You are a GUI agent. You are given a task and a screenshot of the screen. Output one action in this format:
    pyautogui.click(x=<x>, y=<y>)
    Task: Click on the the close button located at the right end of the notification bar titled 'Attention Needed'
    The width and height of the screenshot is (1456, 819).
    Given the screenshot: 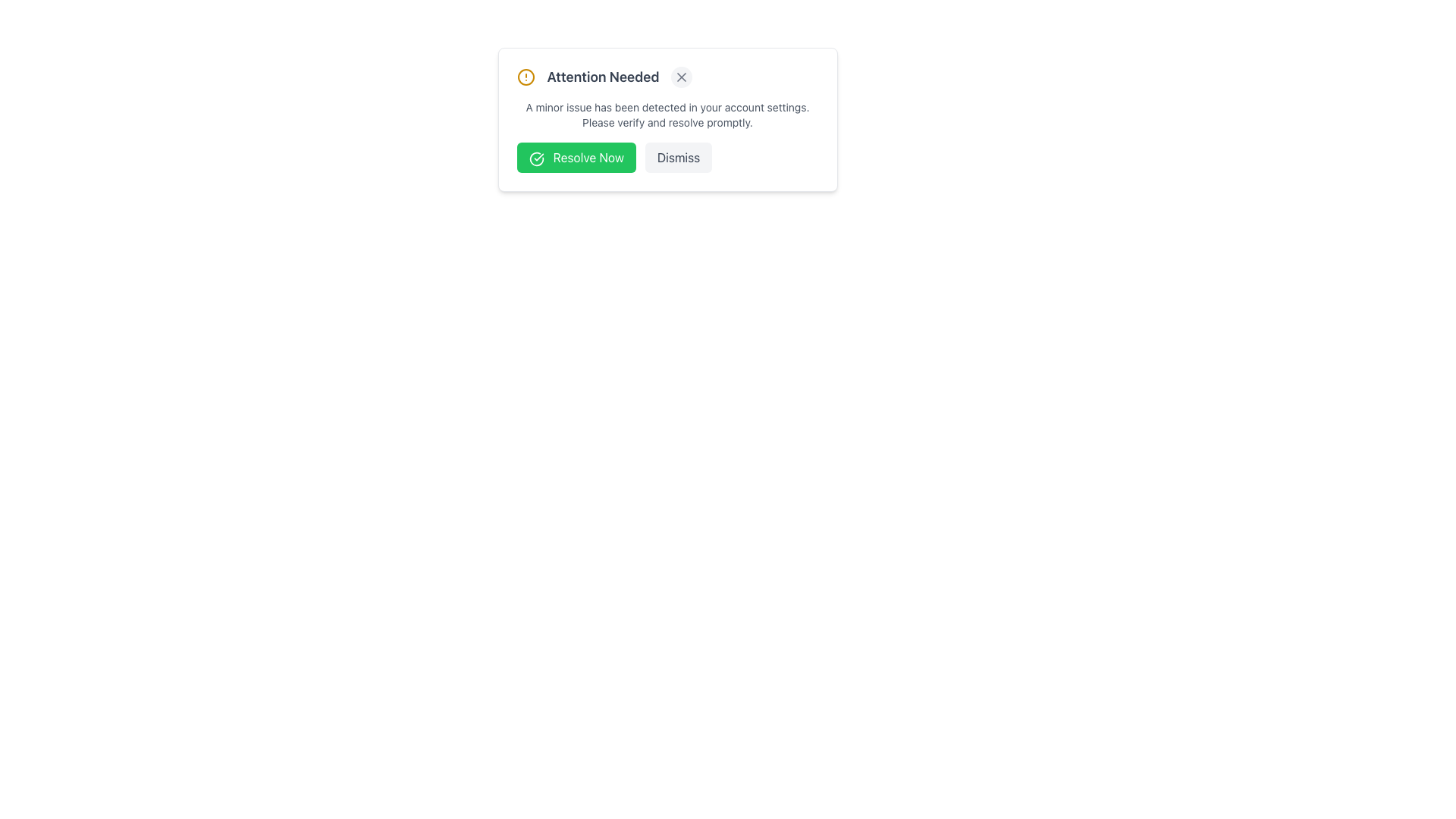 What is the action you would take?
    pyautogui.click(x=681, y=77)
    